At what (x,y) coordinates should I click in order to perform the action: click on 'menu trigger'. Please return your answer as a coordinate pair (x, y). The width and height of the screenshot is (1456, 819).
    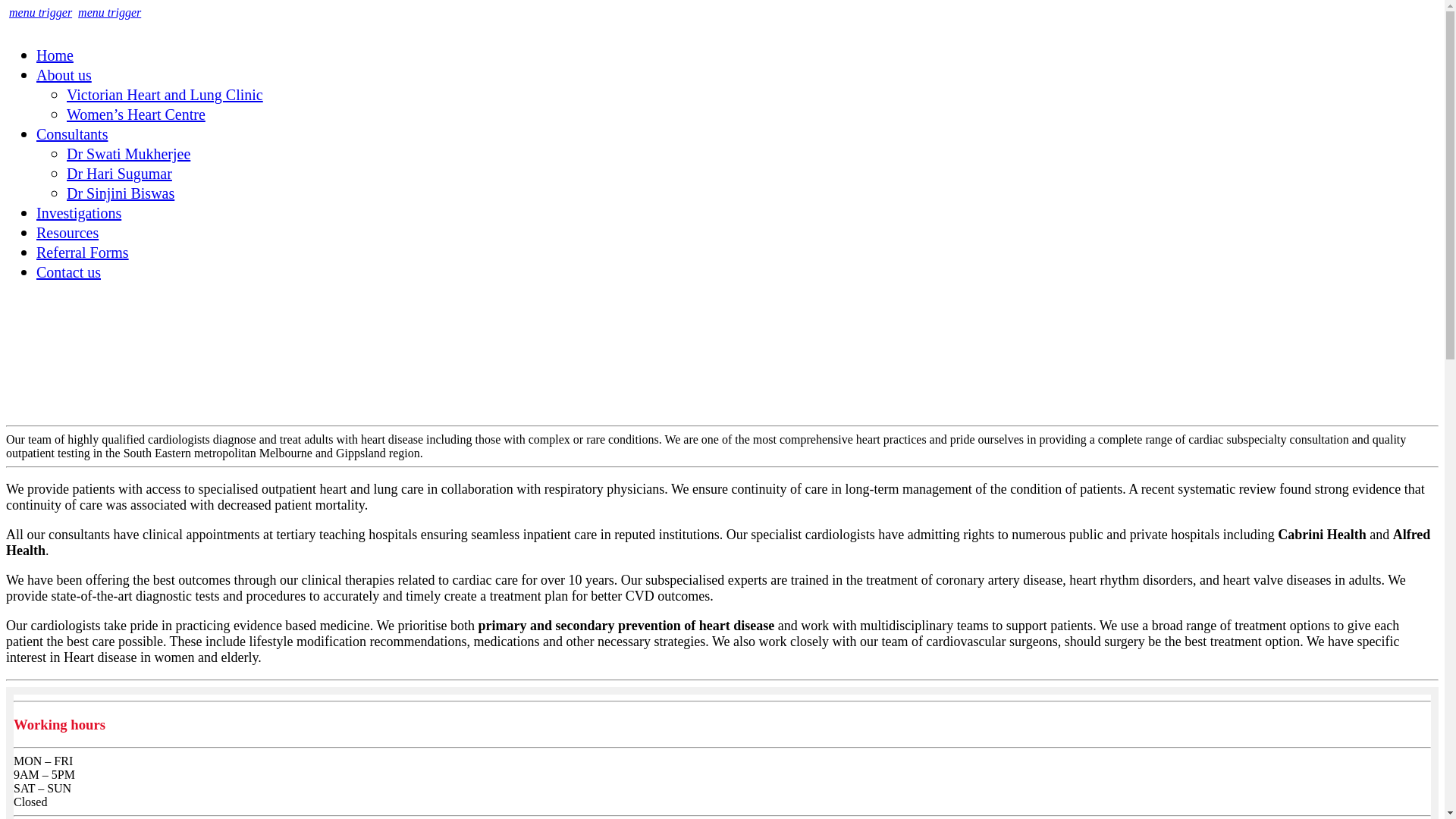
    Looking at the image, I should click on (40, 12).